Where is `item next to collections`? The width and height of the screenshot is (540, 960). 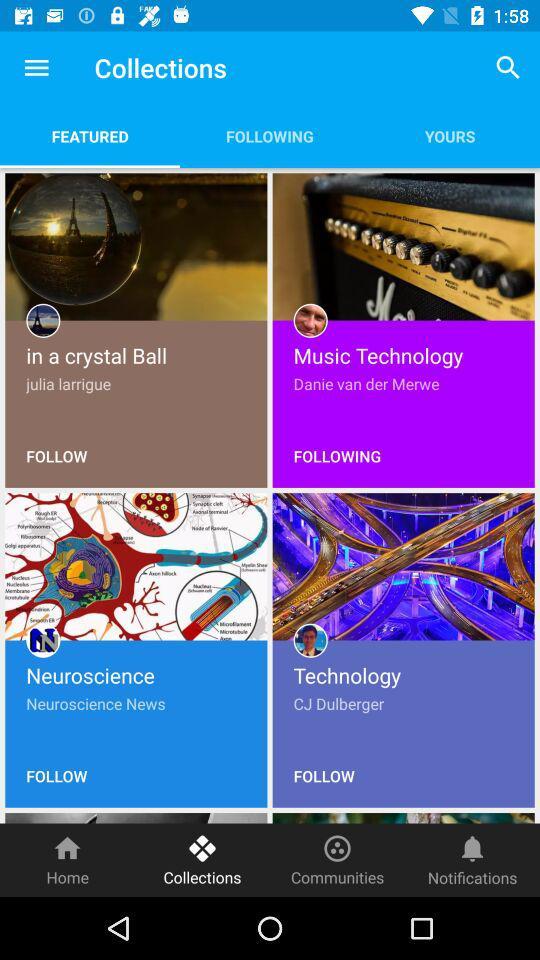
item next to collections is located at coordinates (337, 859).